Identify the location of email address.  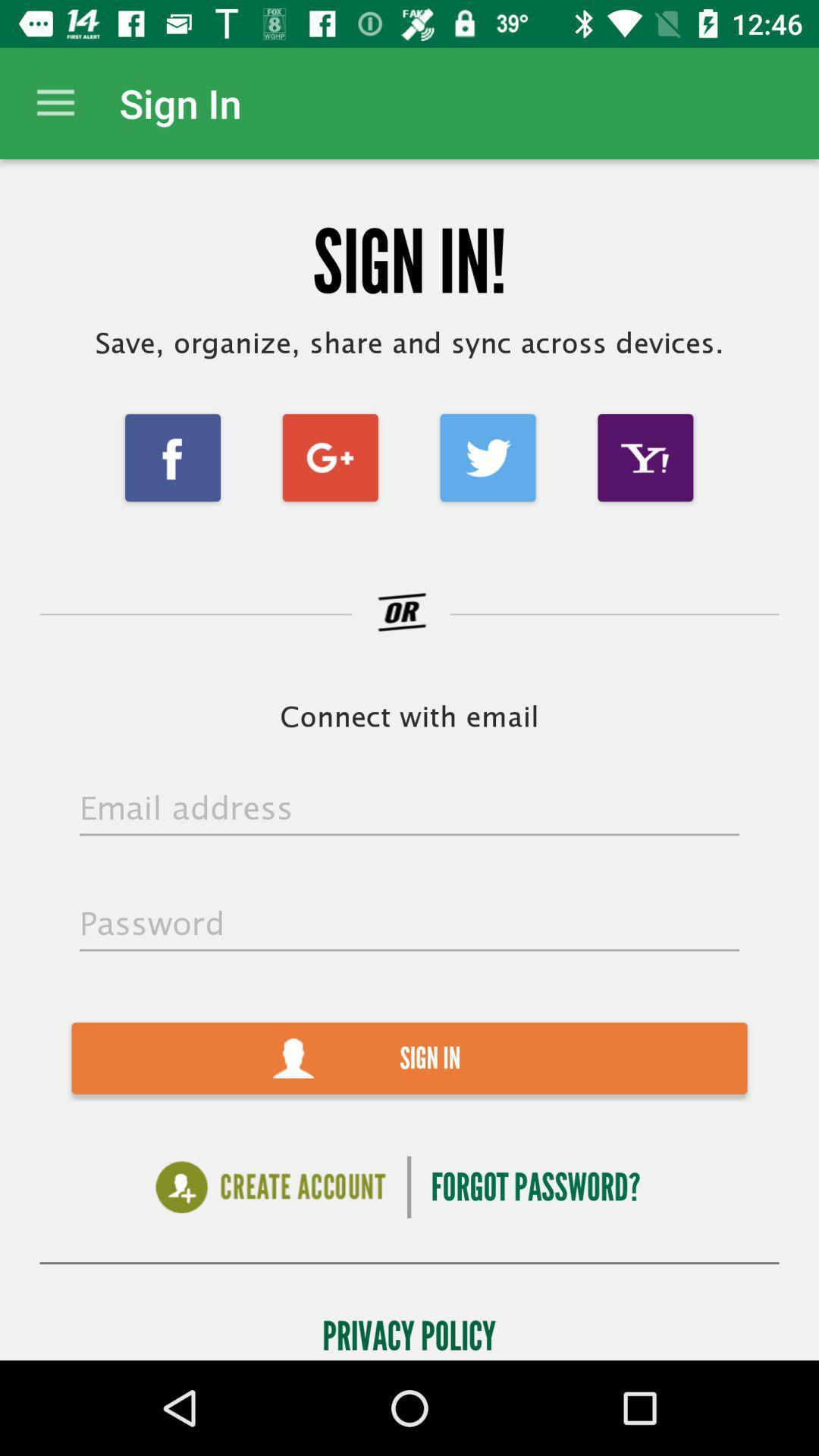
(409, 808).